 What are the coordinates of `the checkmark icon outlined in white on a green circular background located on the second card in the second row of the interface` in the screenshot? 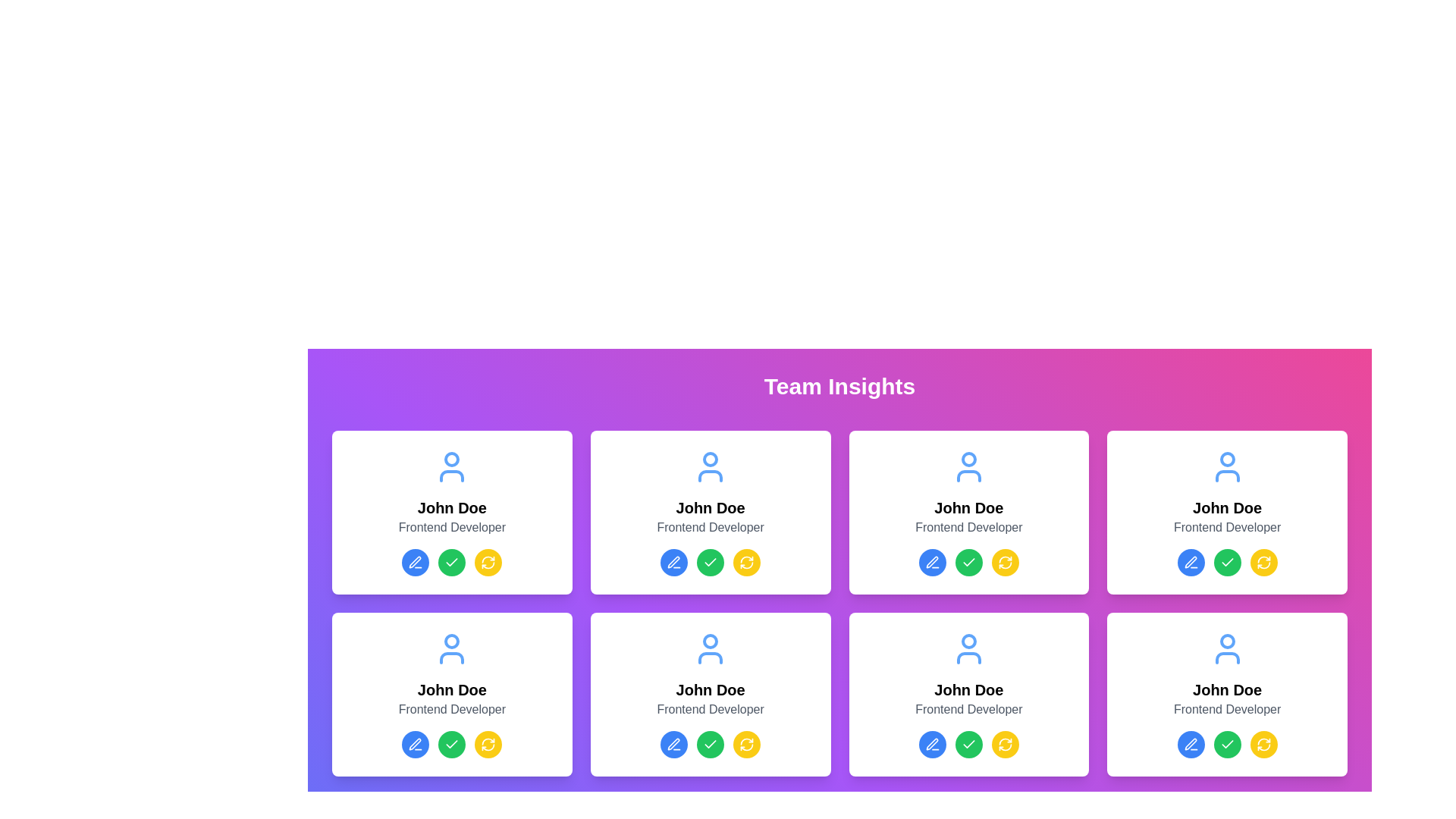 It's located at (710, 562).